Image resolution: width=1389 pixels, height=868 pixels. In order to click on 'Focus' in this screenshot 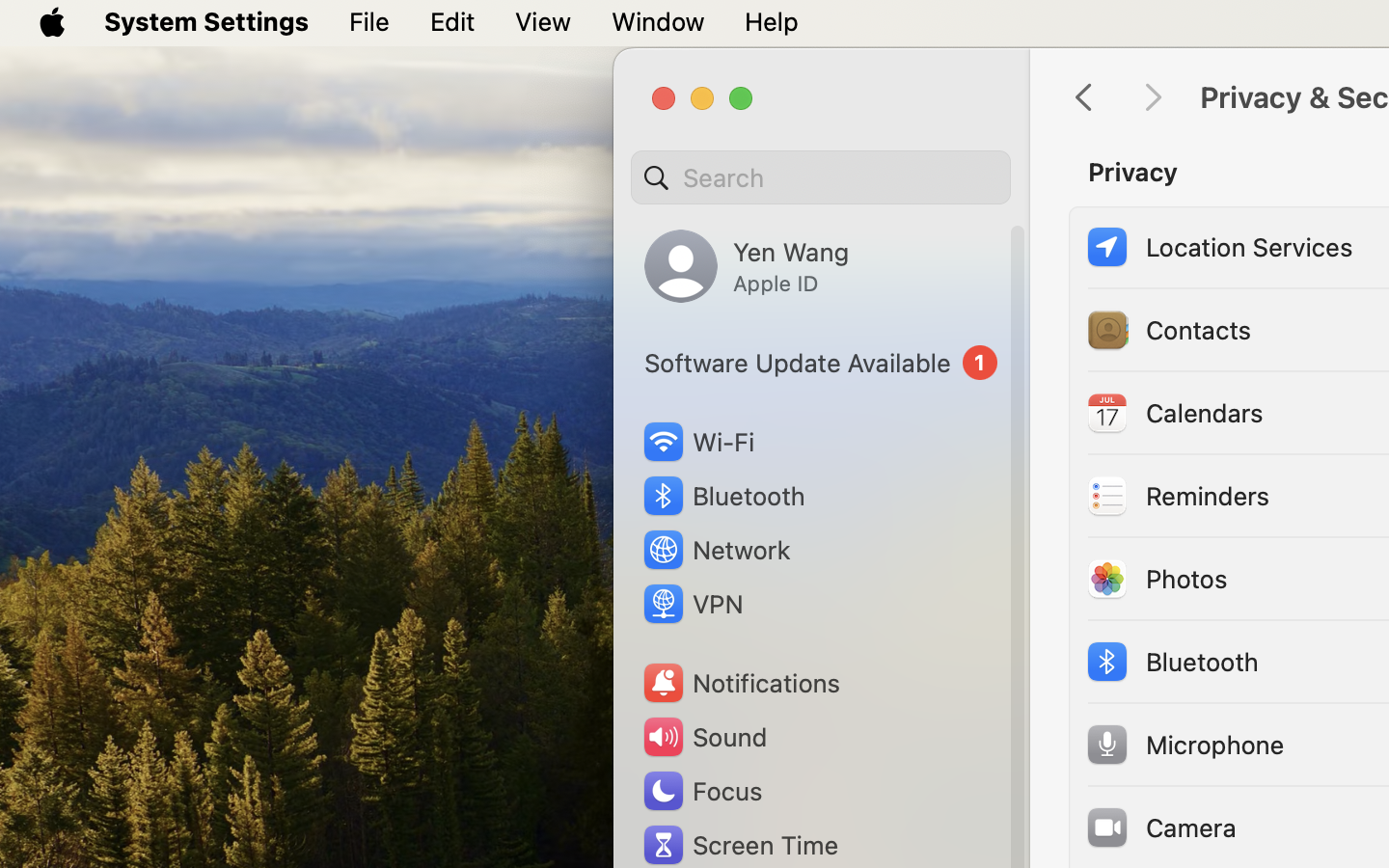, I will do `click(700, 790)`.